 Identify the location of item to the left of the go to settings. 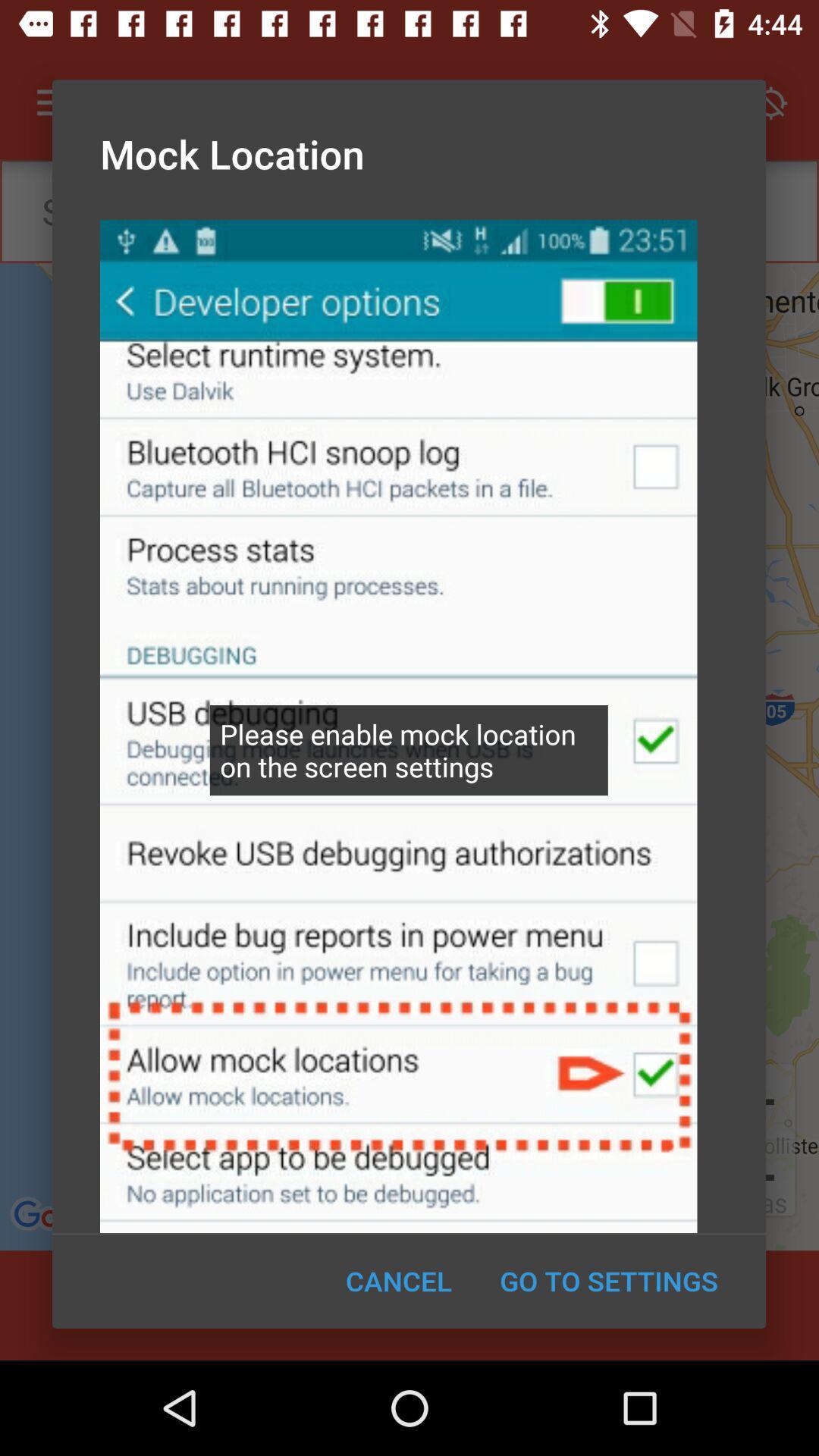
(398, 1280).